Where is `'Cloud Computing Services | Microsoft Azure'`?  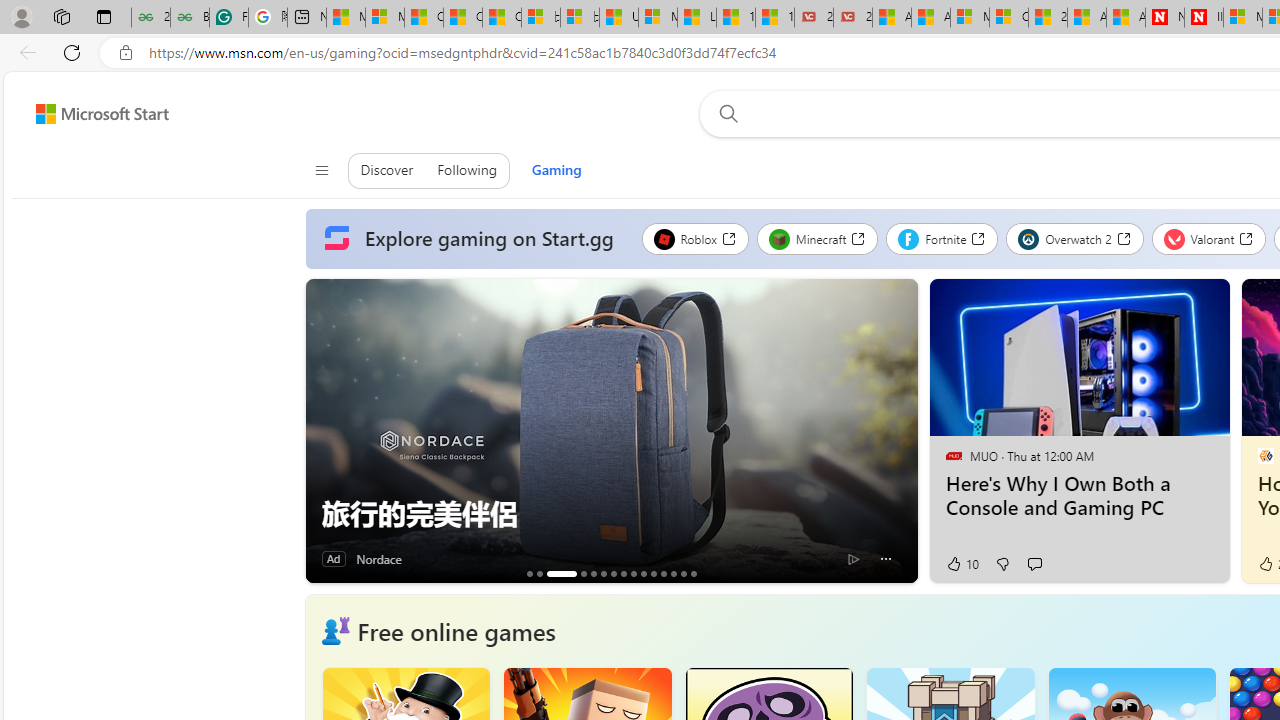
'Cloud Computing Services | Microsoft Azure' is located at coordinates (1008, 17).